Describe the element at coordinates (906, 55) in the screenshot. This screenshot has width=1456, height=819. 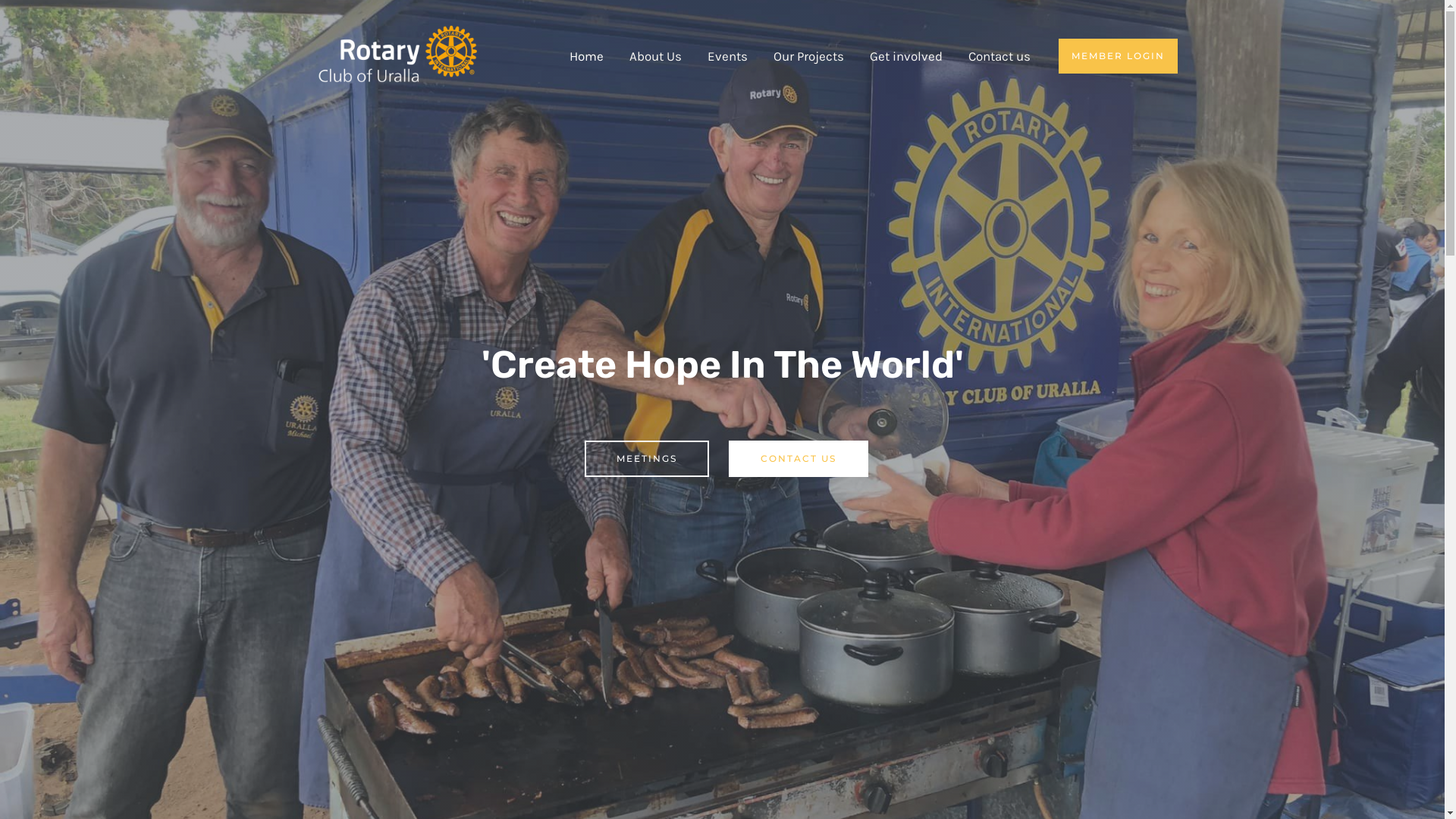
I see `'Get involved'` at that location.